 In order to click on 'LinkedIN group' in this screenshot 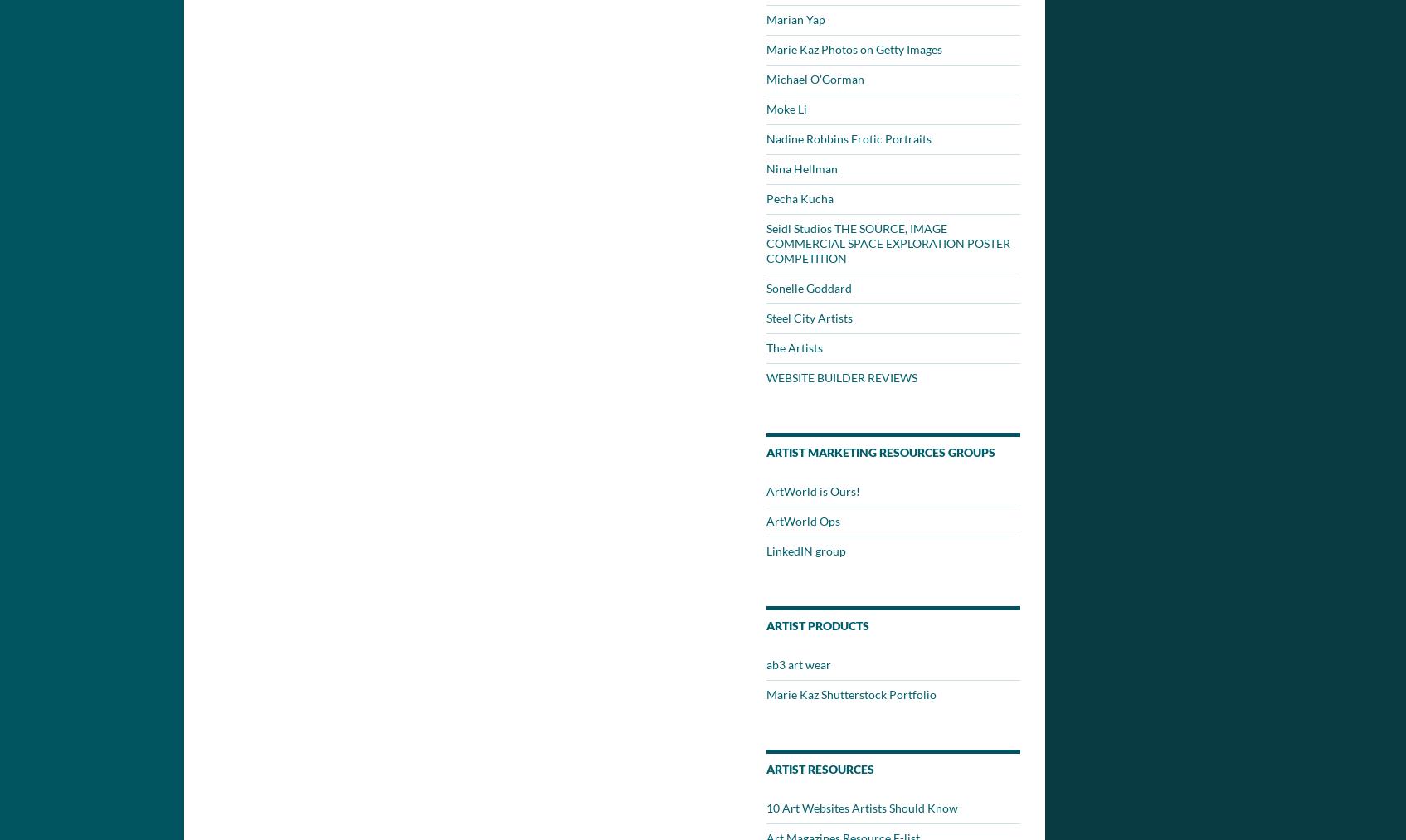, I will do `click(766, 550)`.